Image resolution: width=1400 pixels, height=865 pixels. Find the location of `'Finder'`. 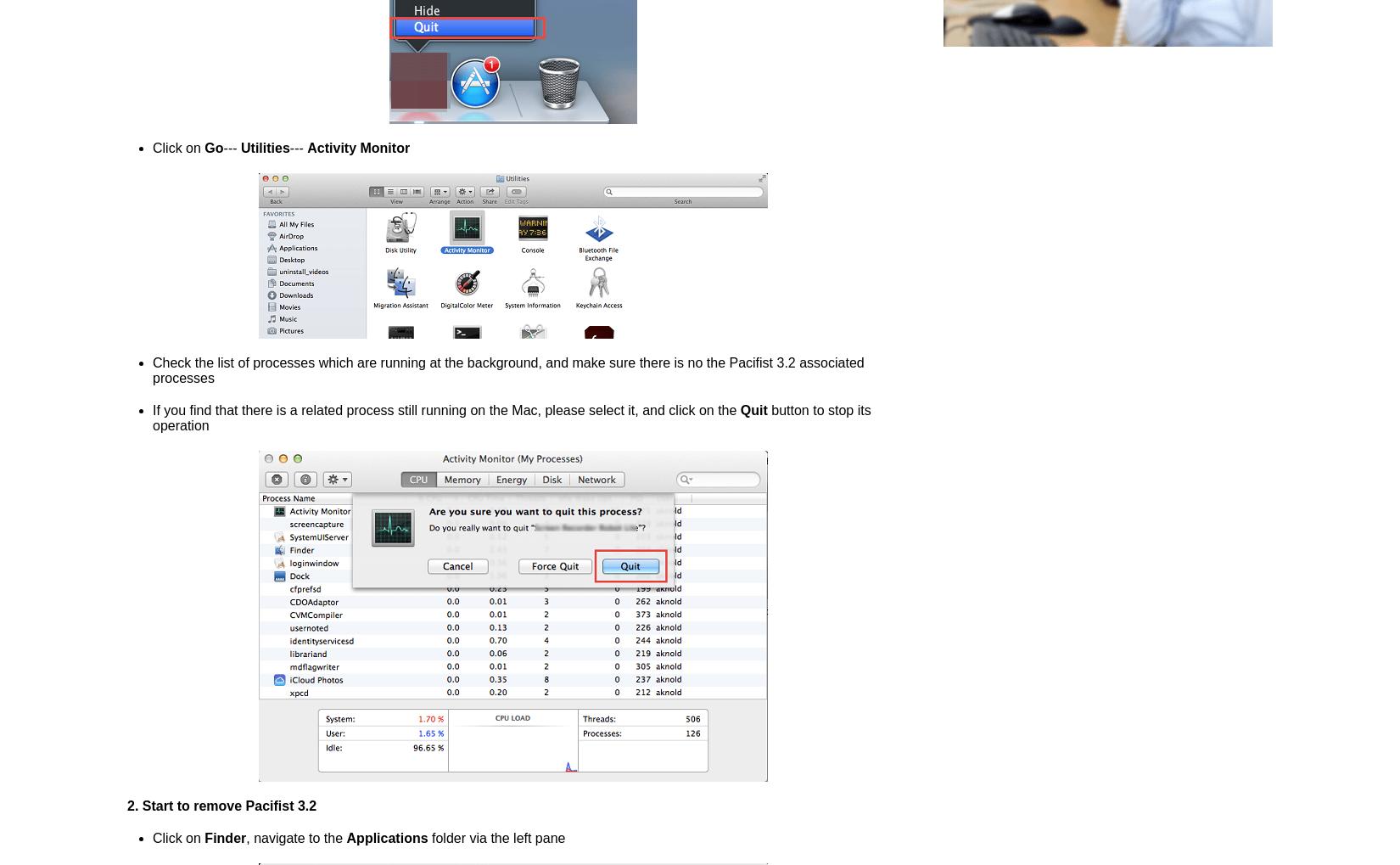

'Finder' is located at coordinates (225, 838).